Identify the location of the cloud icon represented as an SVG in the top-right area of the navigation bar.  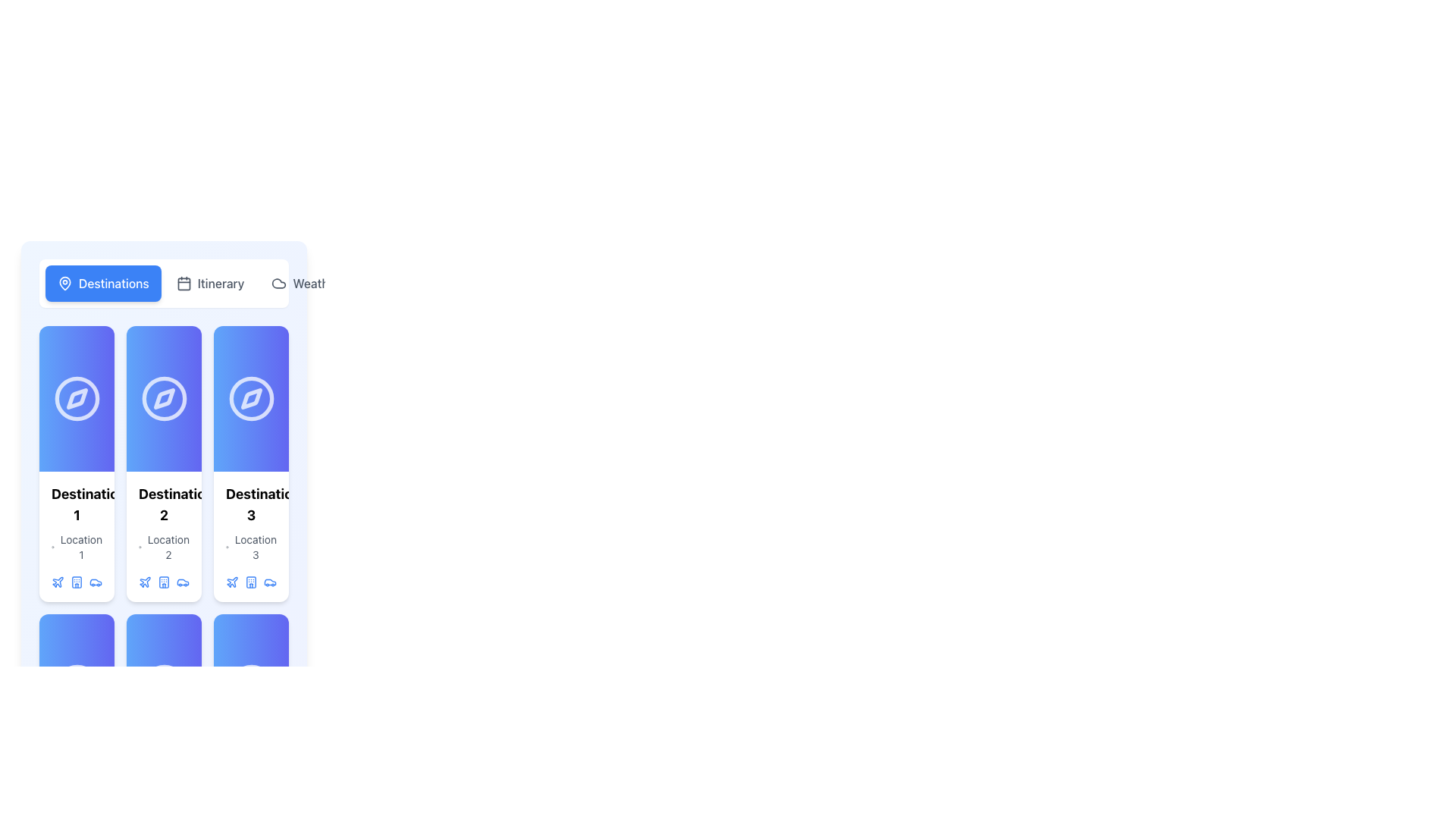
(279, 284).